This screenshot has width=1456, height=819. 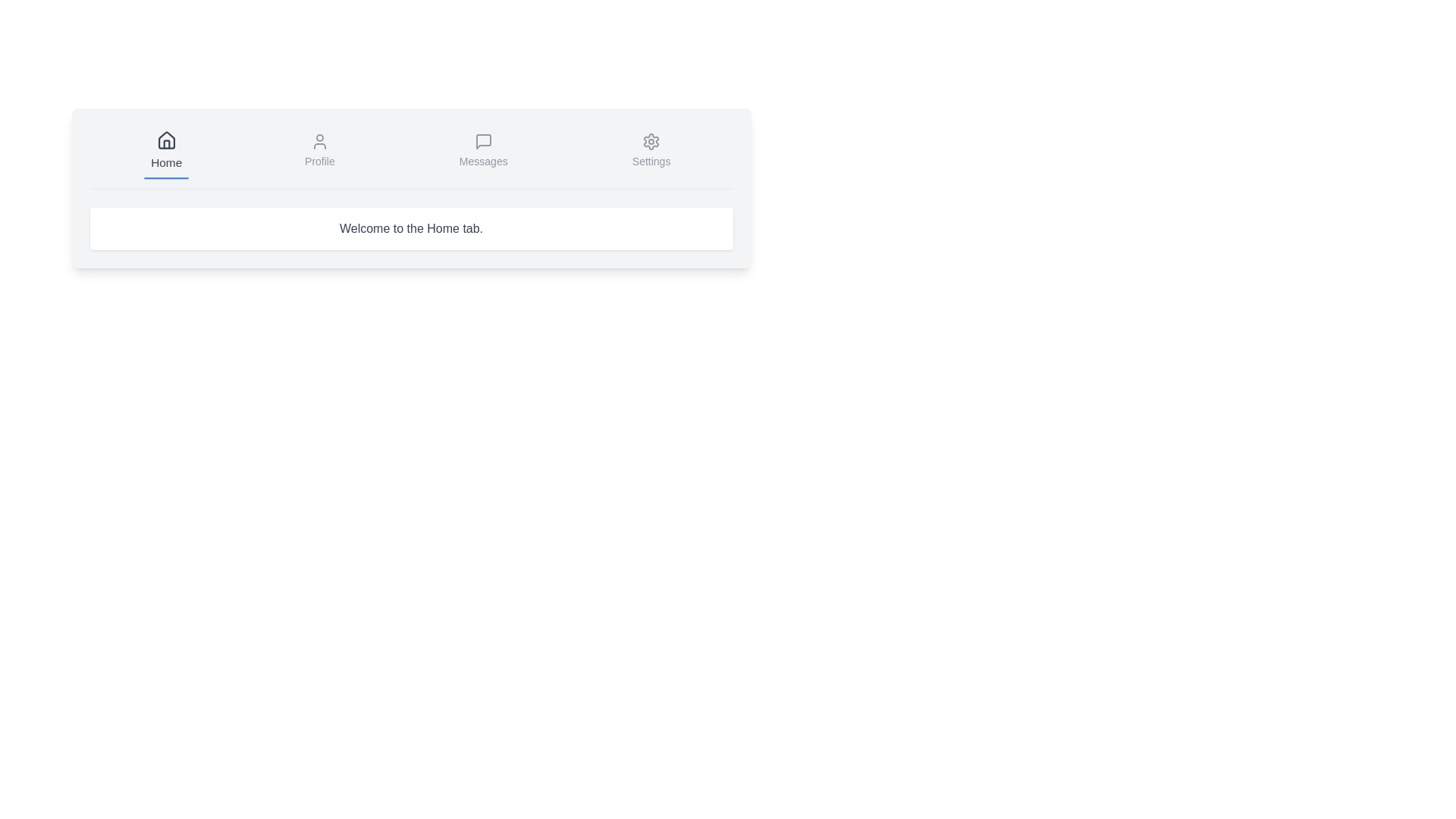 What do you see at coordinates (318, 152) in the screenshot?
I see `the tab button labeled Profile` at bounding box center [318, 152].